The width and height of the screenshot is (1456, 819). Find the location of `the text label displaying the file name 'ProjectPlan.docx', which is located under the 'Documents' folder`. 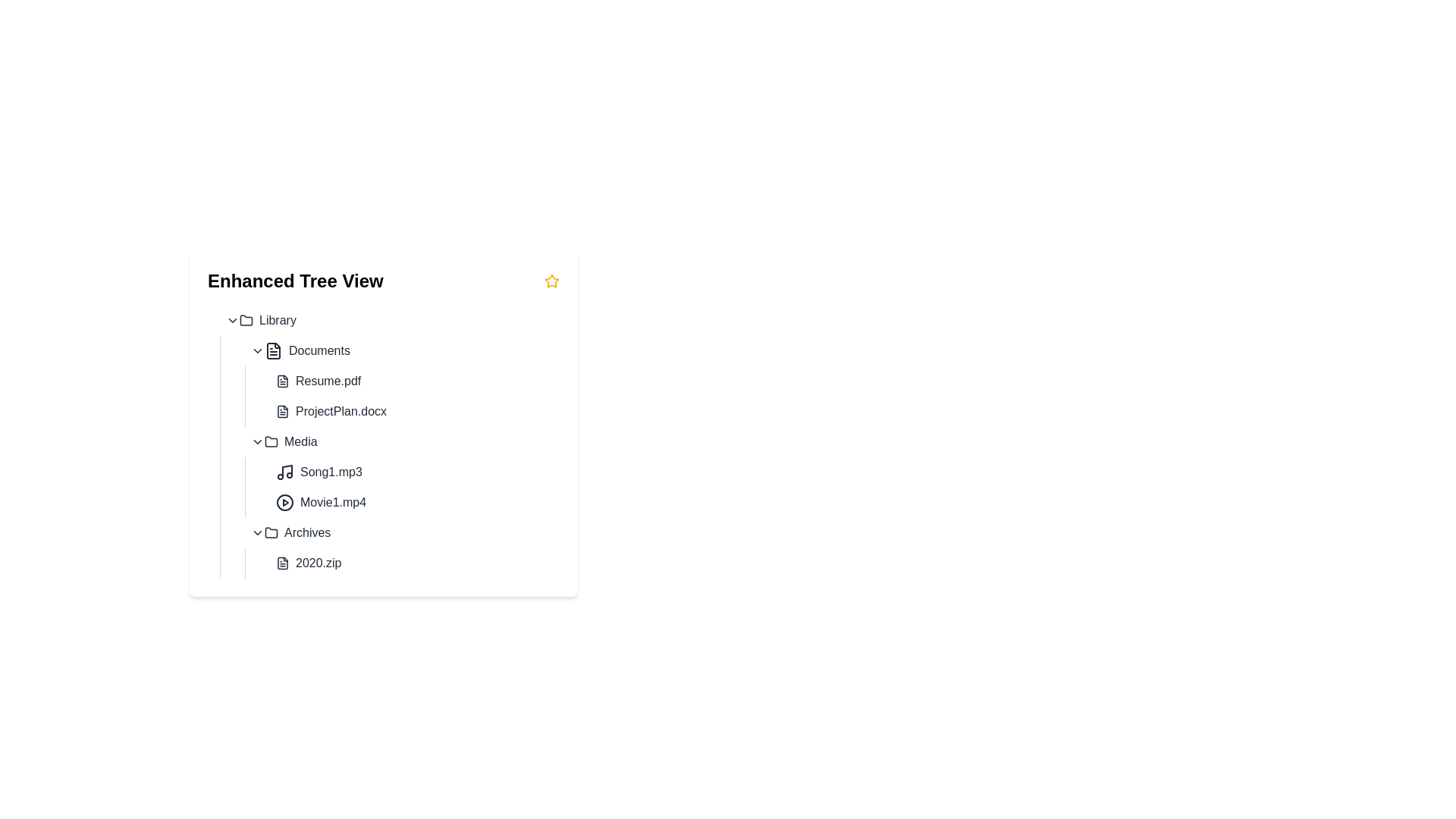

the text label displaying the file name 'ProjectPlan.docx', which is located under the 'Documents' folder is located at coordinates (340, 412).